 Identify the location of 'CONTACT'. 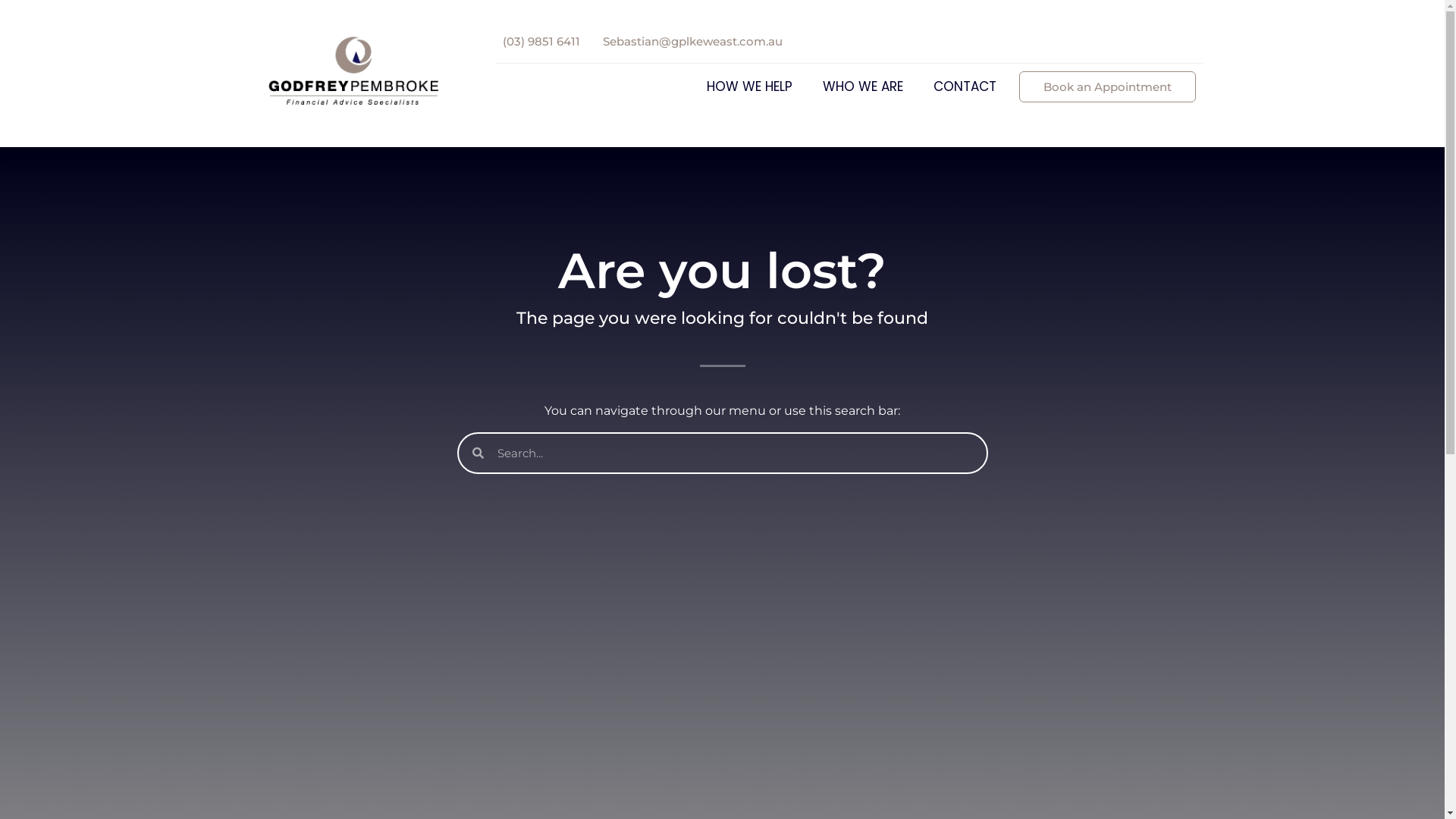
(964, 86).